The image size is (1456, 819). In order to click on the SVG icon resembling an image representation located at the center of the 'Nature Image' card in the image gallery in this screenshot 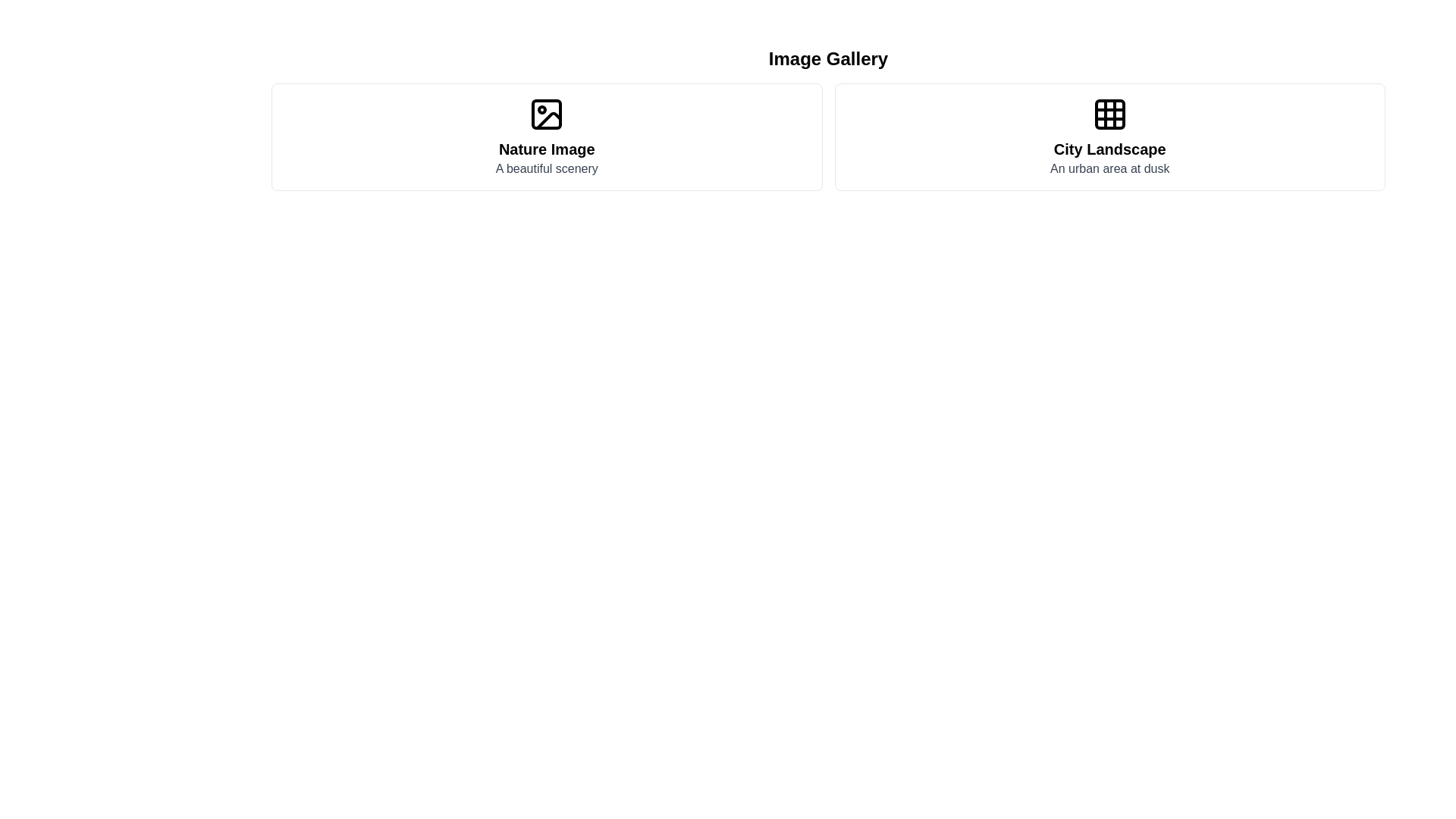, I will do `click(546, 113)`.